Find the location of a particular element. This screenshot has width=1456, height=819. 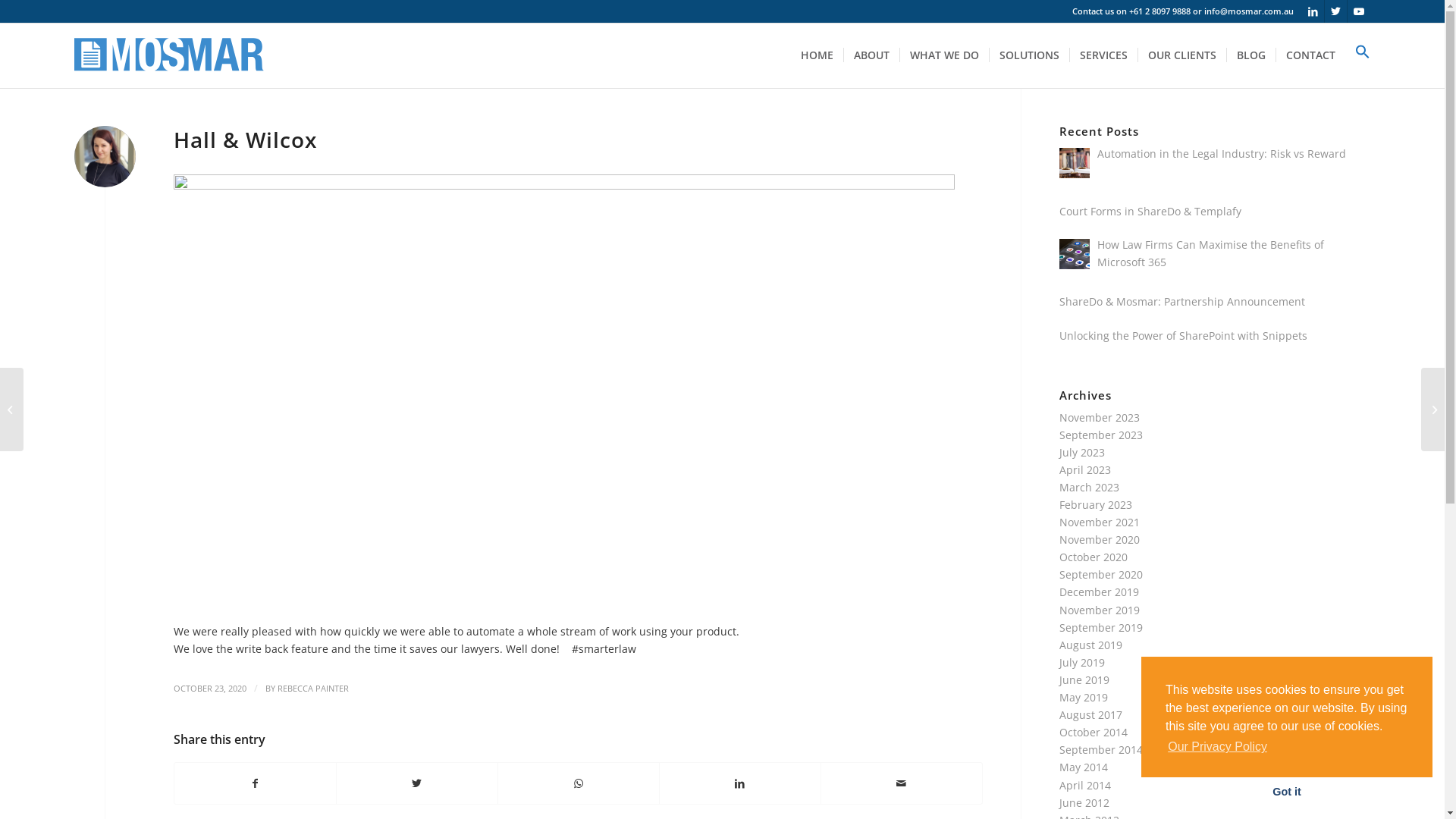

'February 2023' is located at coordinates (1095, 504).